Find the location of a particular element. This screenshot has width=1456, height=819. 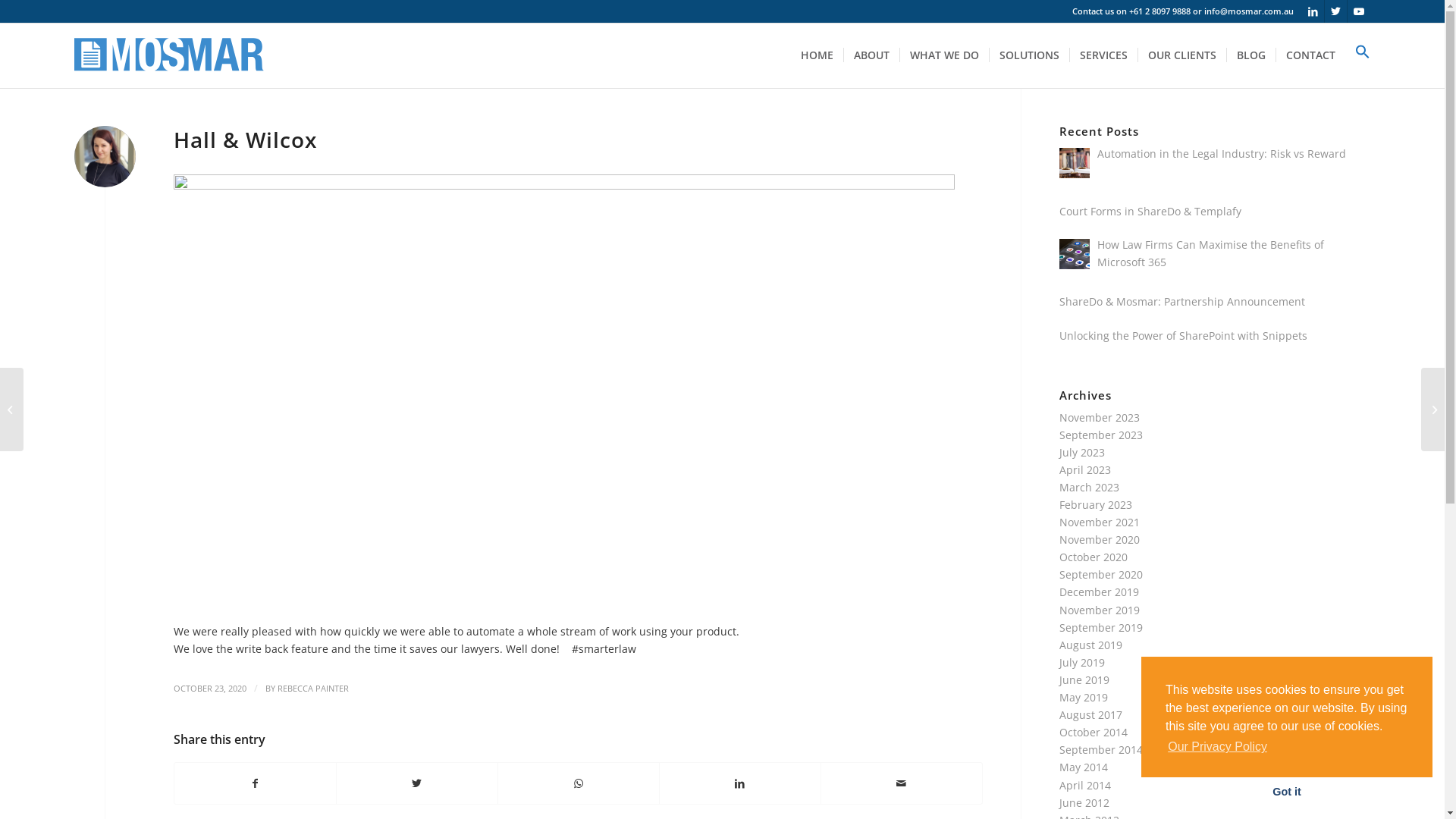

'February 2023' is located at coordinates (1095, 504).